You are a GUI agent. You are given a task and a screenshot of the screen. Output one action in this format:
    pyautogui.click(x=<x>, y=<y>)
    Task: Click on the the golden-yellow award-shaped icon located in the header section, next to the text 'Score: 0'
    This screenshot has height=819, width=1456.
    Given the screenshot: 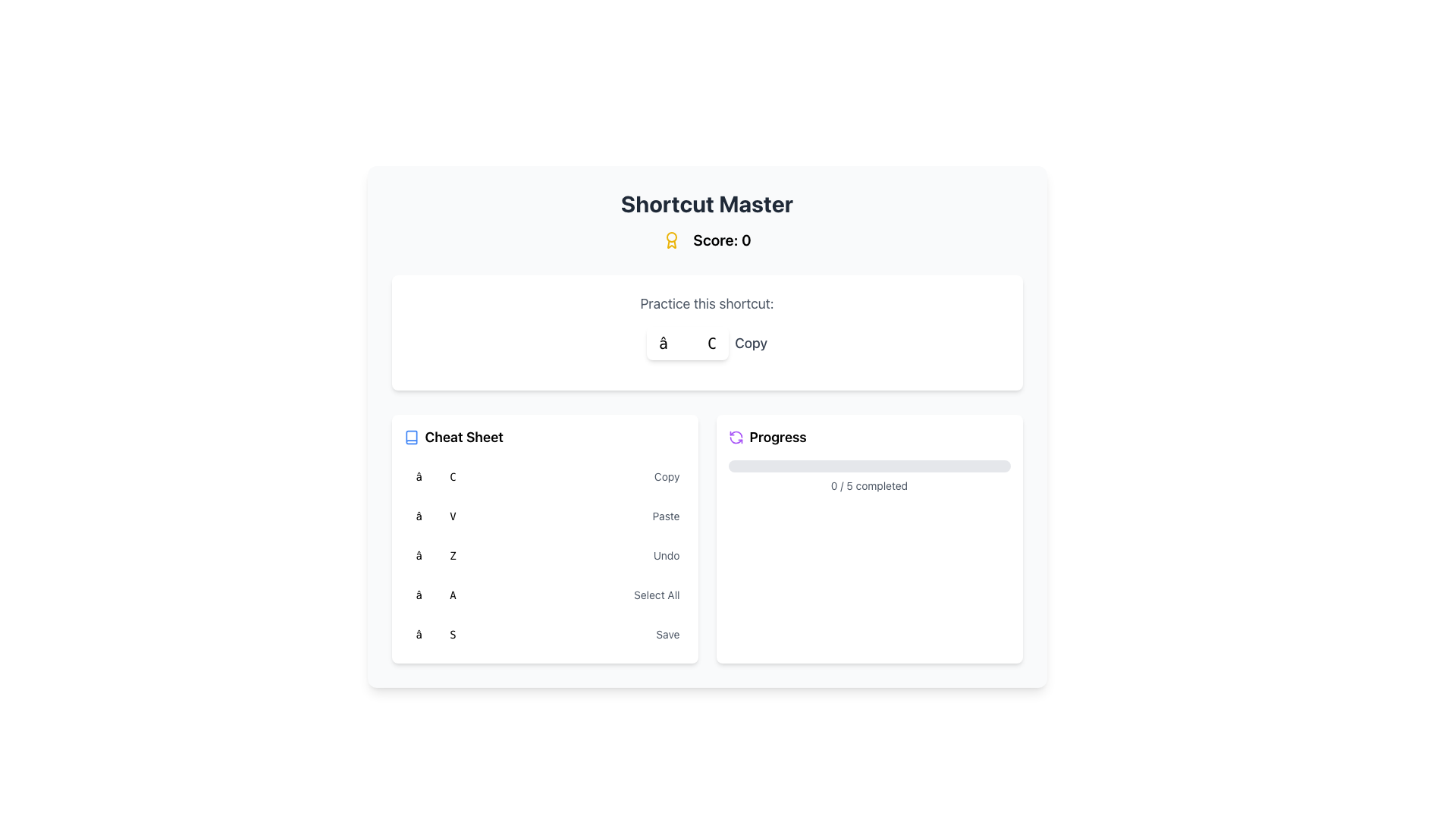 What is the action you would take?
    pyautogui.click(x=671, y=239)
    